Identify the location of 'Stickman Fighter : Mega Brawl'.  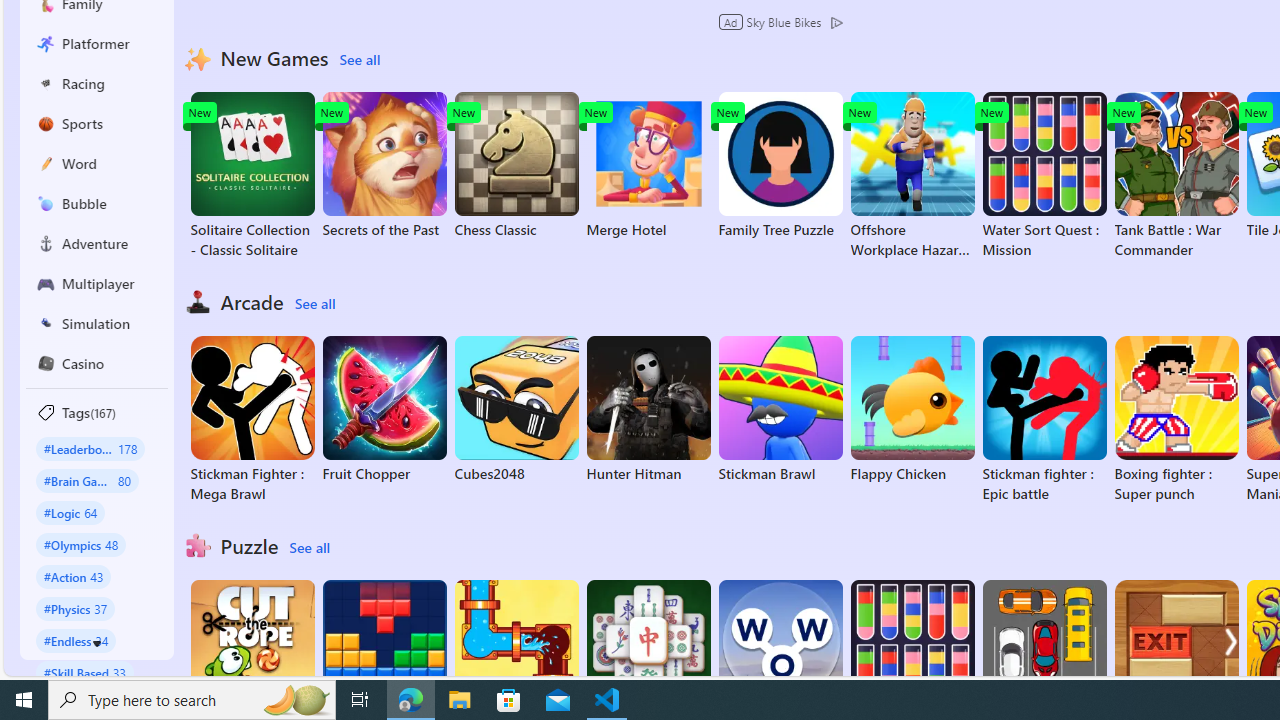
(251, 419).